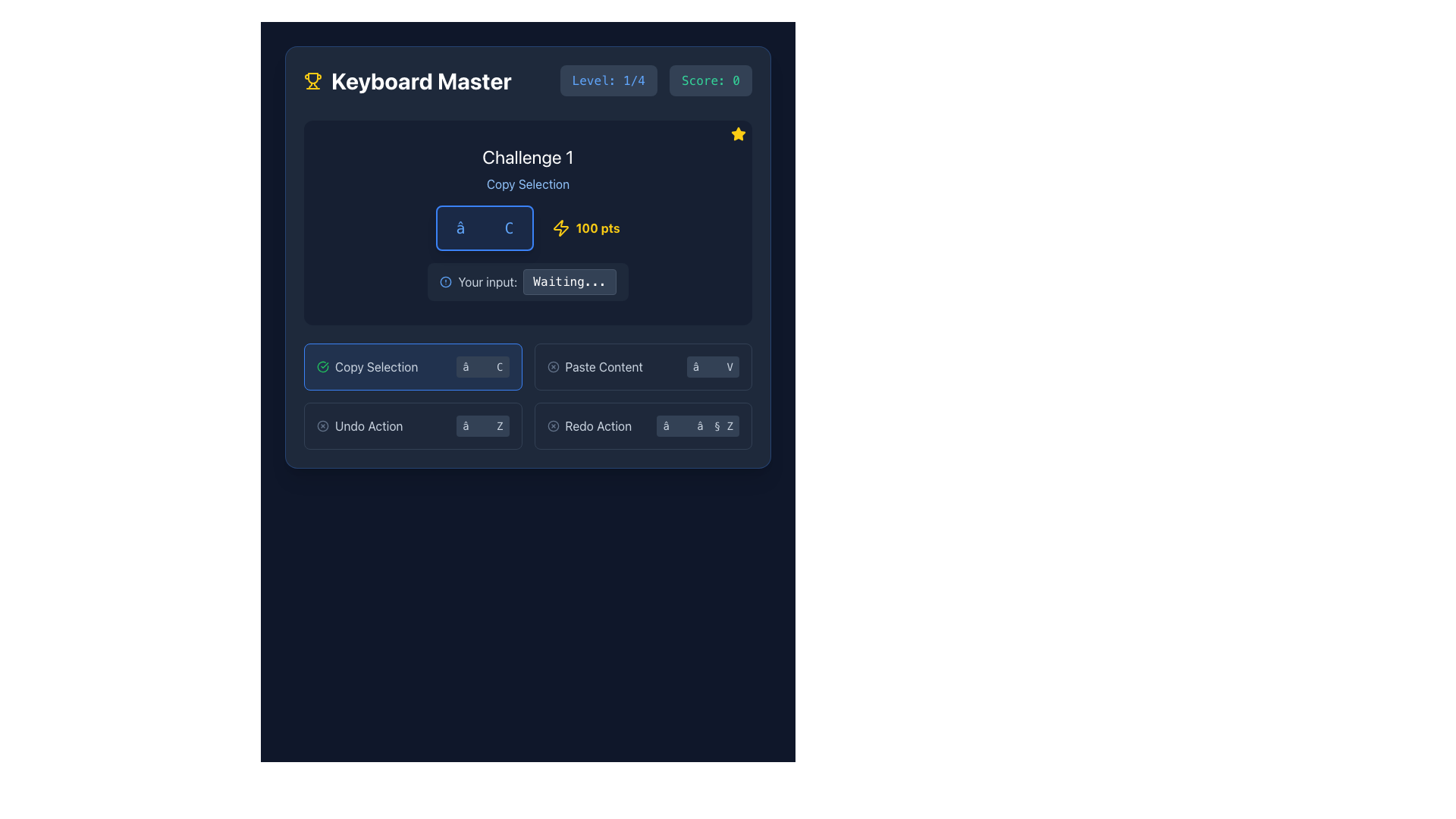  I want to click on text label indicating the current level progress of the user, located near the upper-right section of the interface, to the left of the 'Score: 0' label, so click(608, 80).